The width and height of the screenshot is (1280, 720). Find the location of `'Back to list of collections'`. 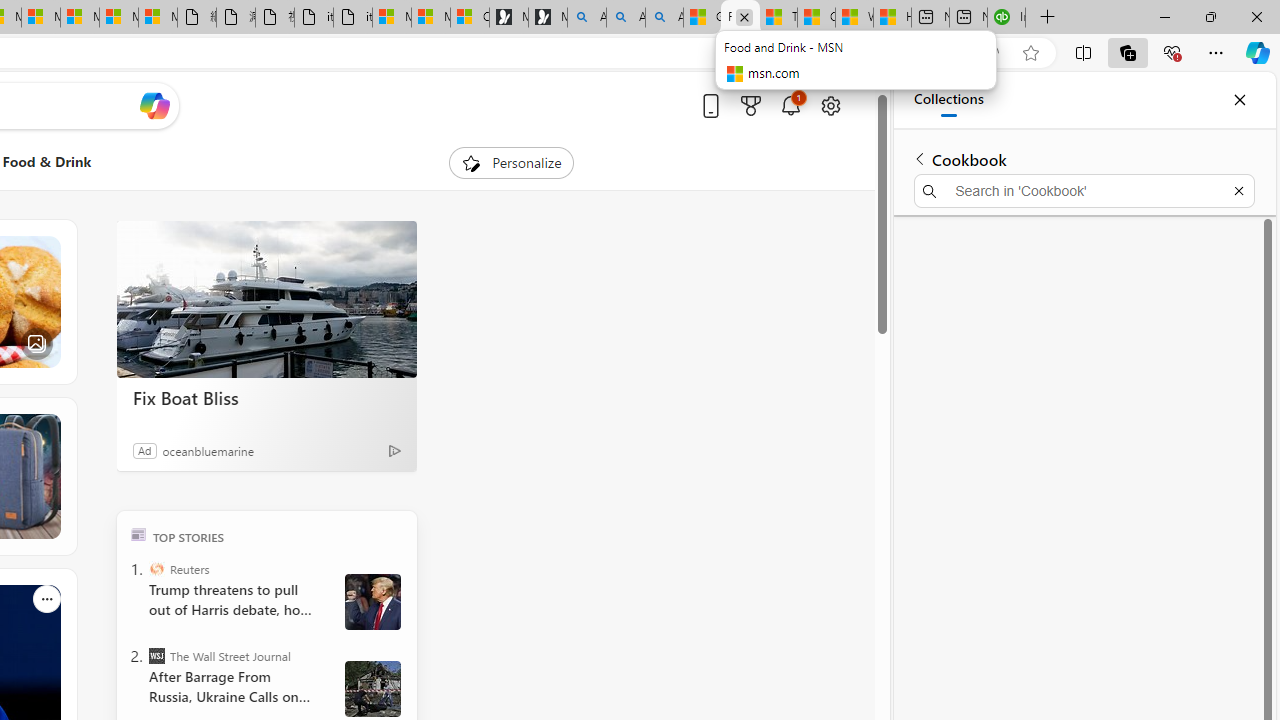

'Back to list of collections' is located at coordinates (919, 158).